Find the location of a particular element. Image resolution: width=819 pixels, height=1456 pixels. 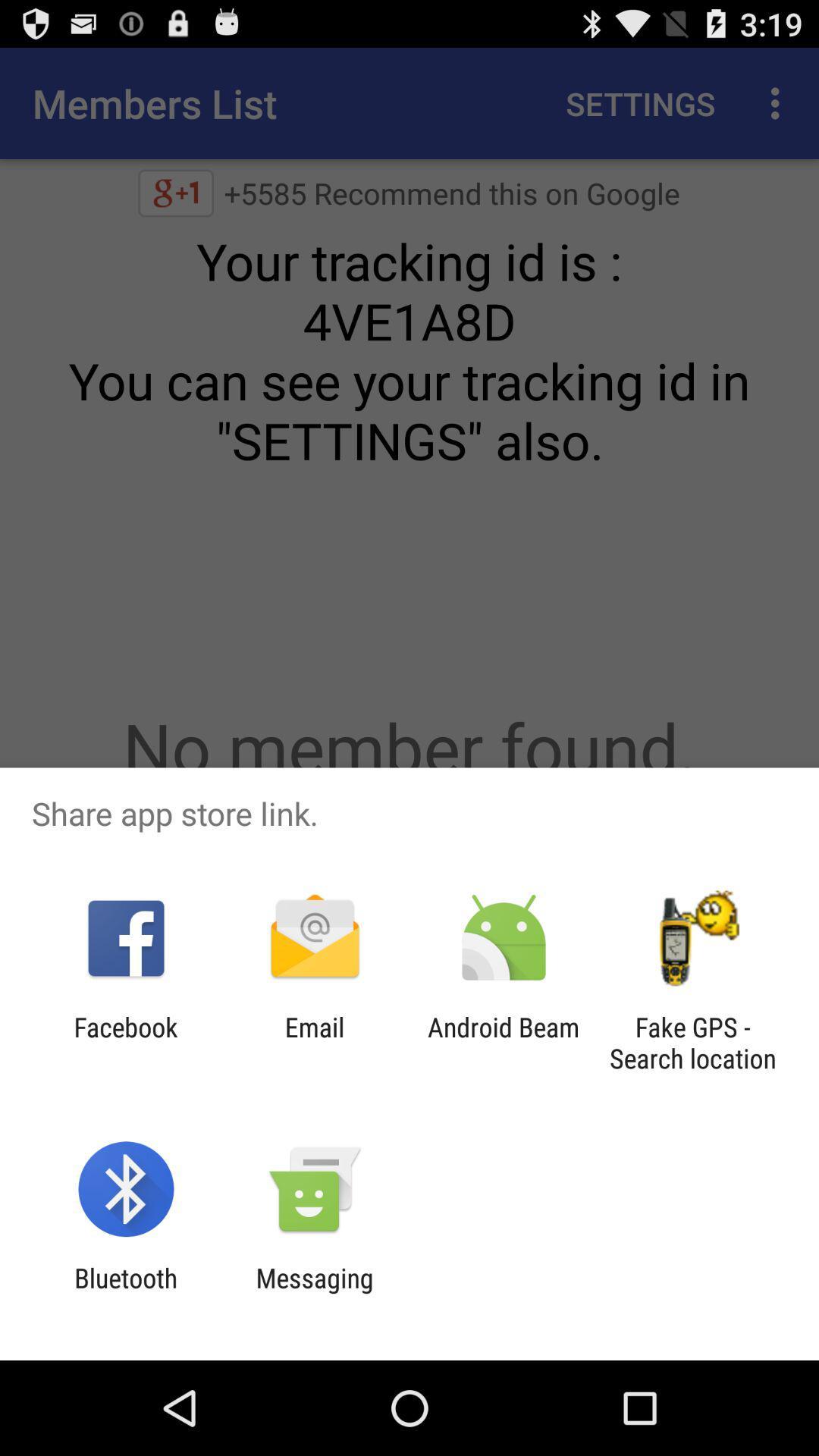

icon next to android beam is located at coordinates (314, 1042).